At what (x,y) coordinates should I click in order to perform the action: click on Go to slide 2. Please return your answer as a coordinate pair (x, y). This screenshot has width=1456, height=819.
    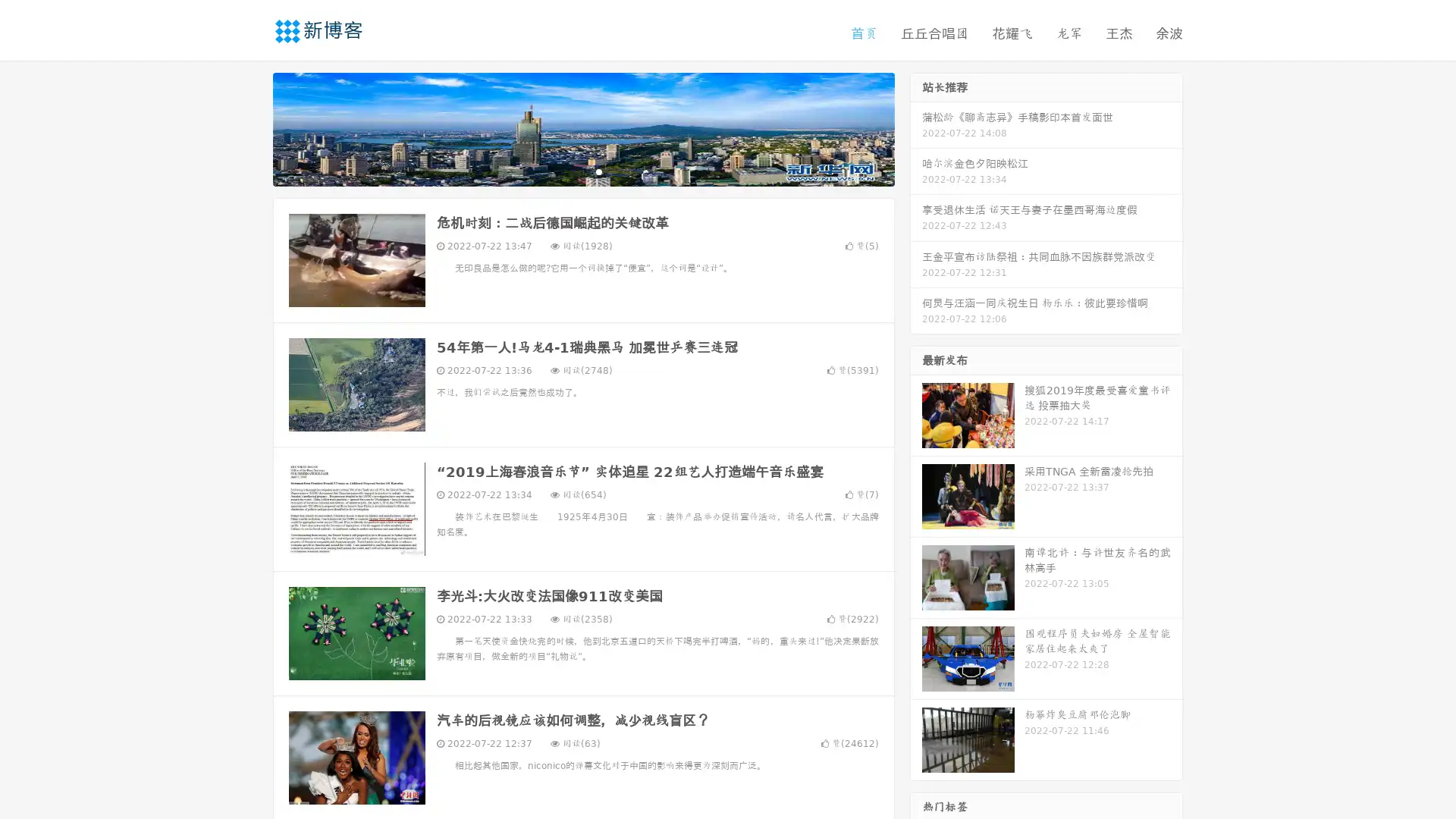
    Looking at the image, I should click on (582, 171).